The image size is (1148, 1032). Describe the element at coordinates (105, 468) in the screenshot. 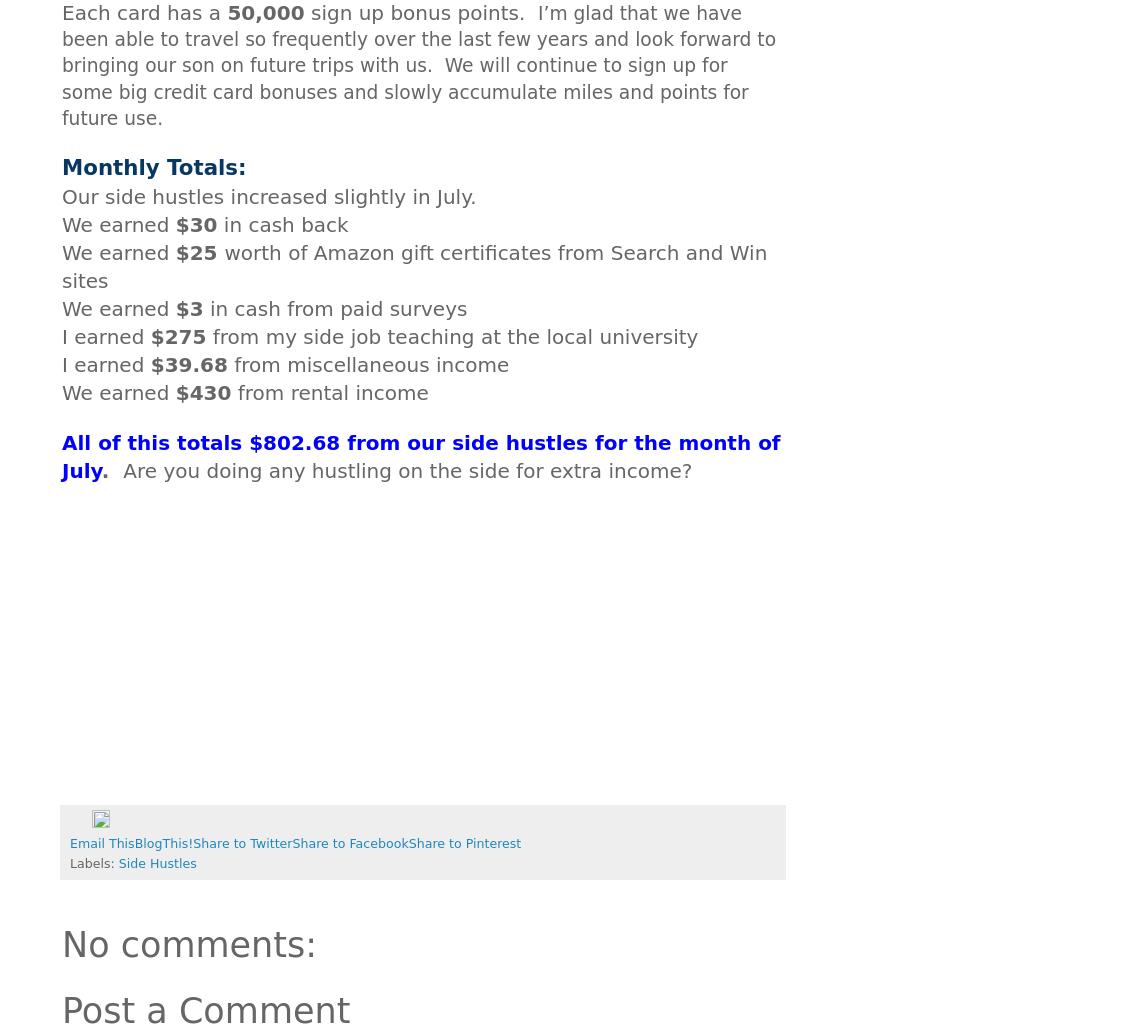

I see `'.'` at that location.